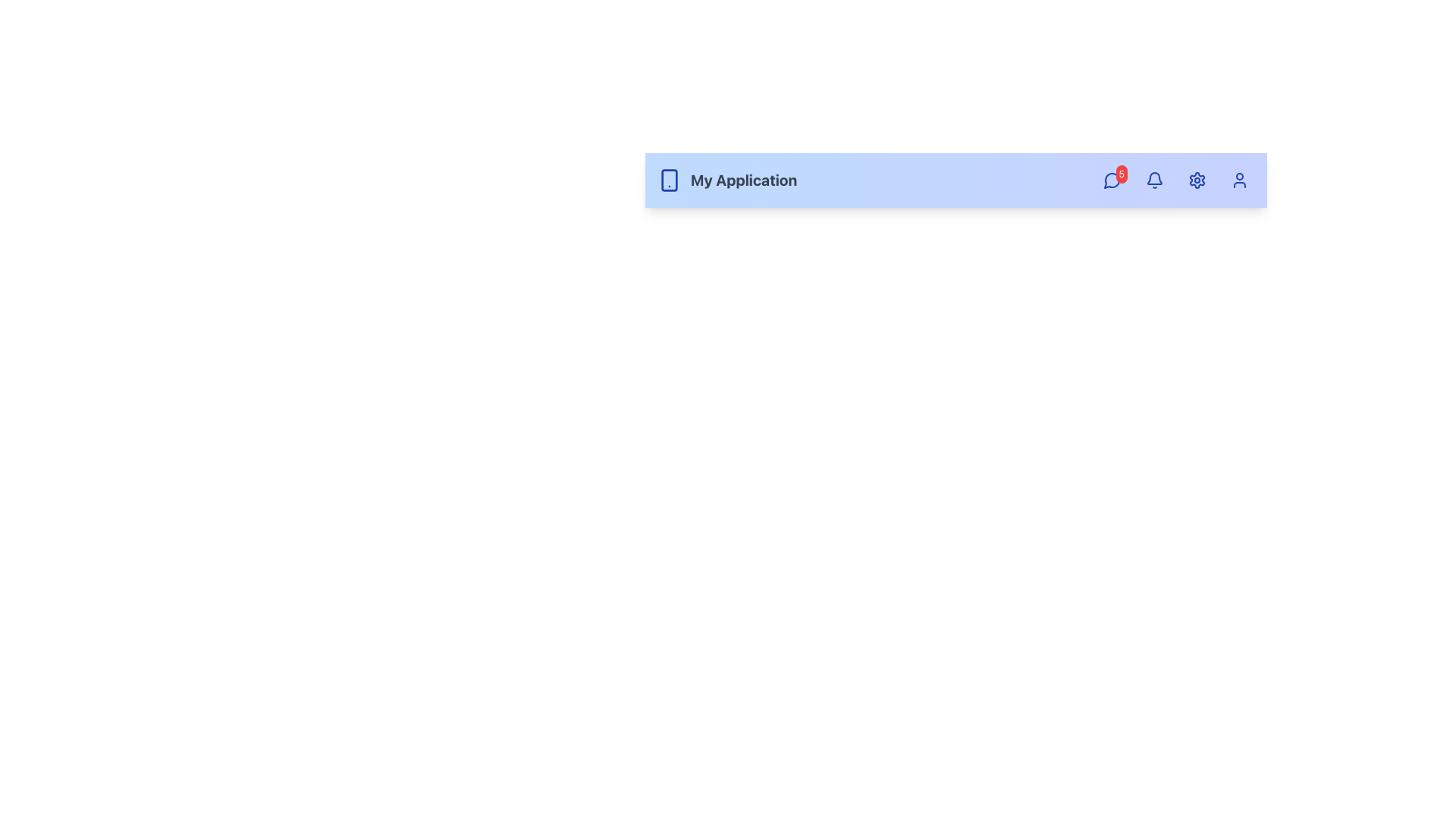 This screenshot has height=819, width=1456. Describe the element at coordinates (669, 180) in the screenshot. I see `the smartphone icon with a blue outline that is positioned to the left of the text 'My Application'` at that location.